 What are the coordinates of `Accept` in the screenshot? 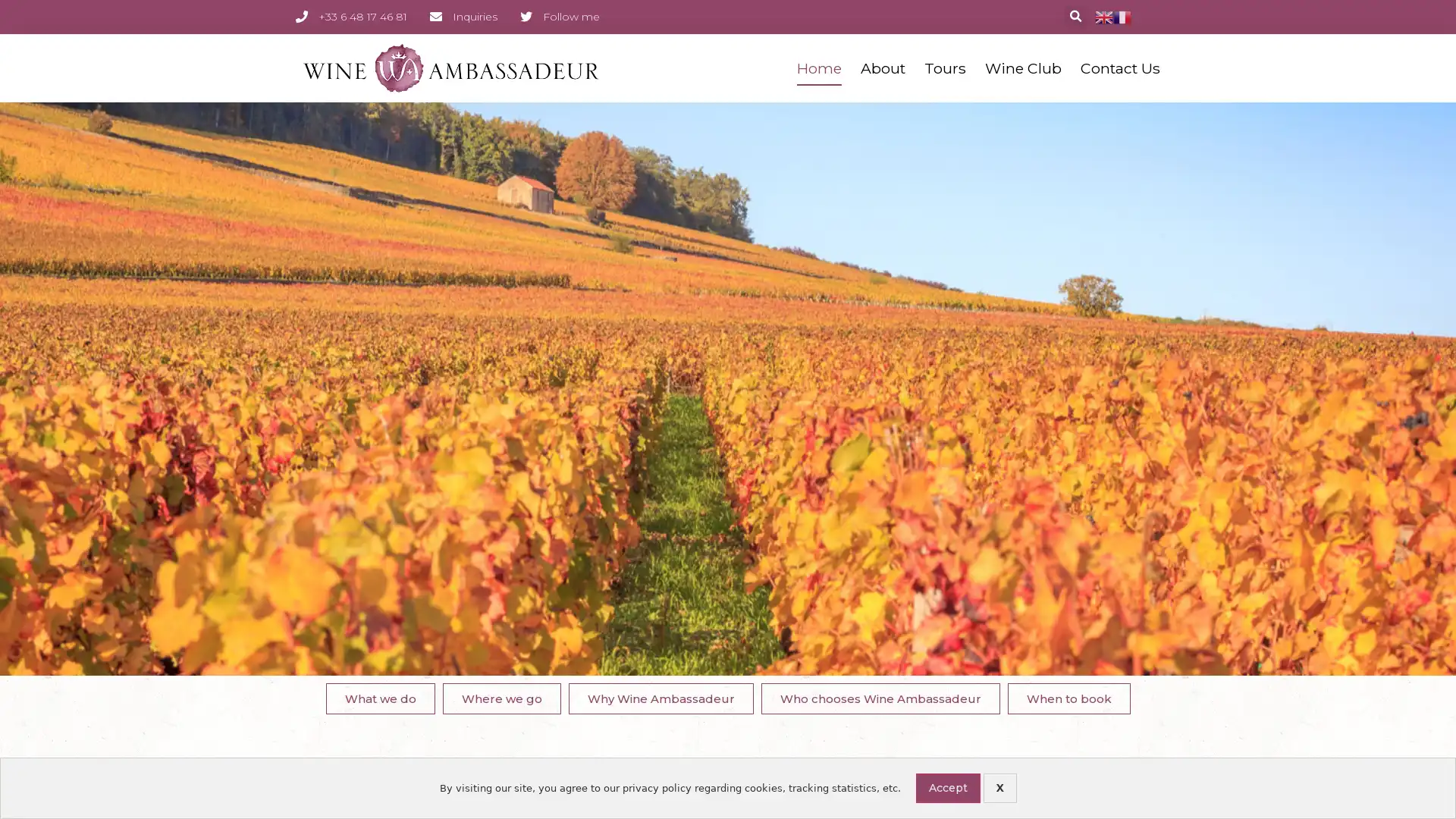 It's located at (946, 787).